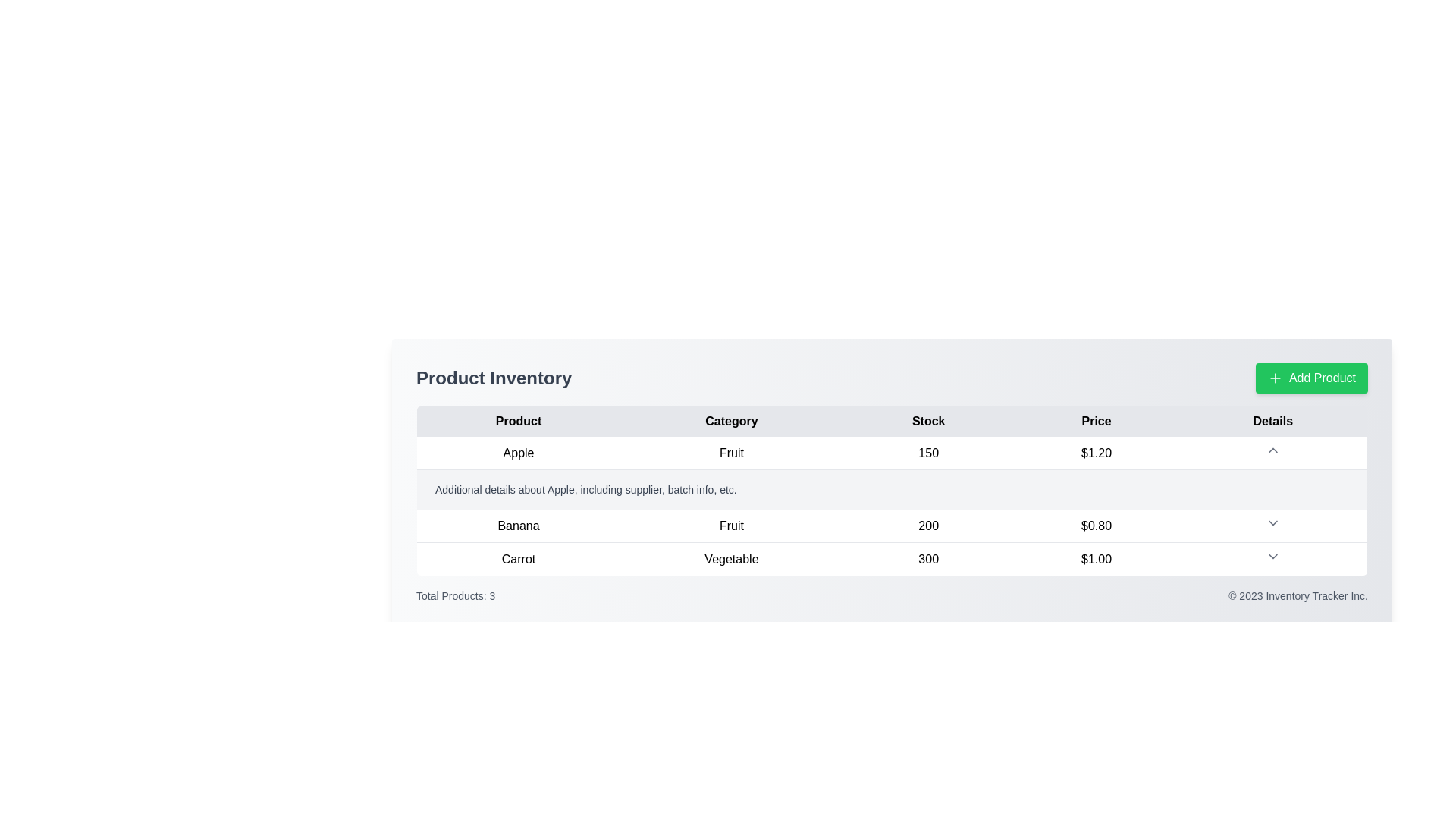 This screenshot has width=1456, height=819. Describe the element at coordinates (1273, 452) in the screenshot. I see `the clickable icon located in the last column labeled 'Details' of the row corresponding to the 'Apple' product in the table` at that location.